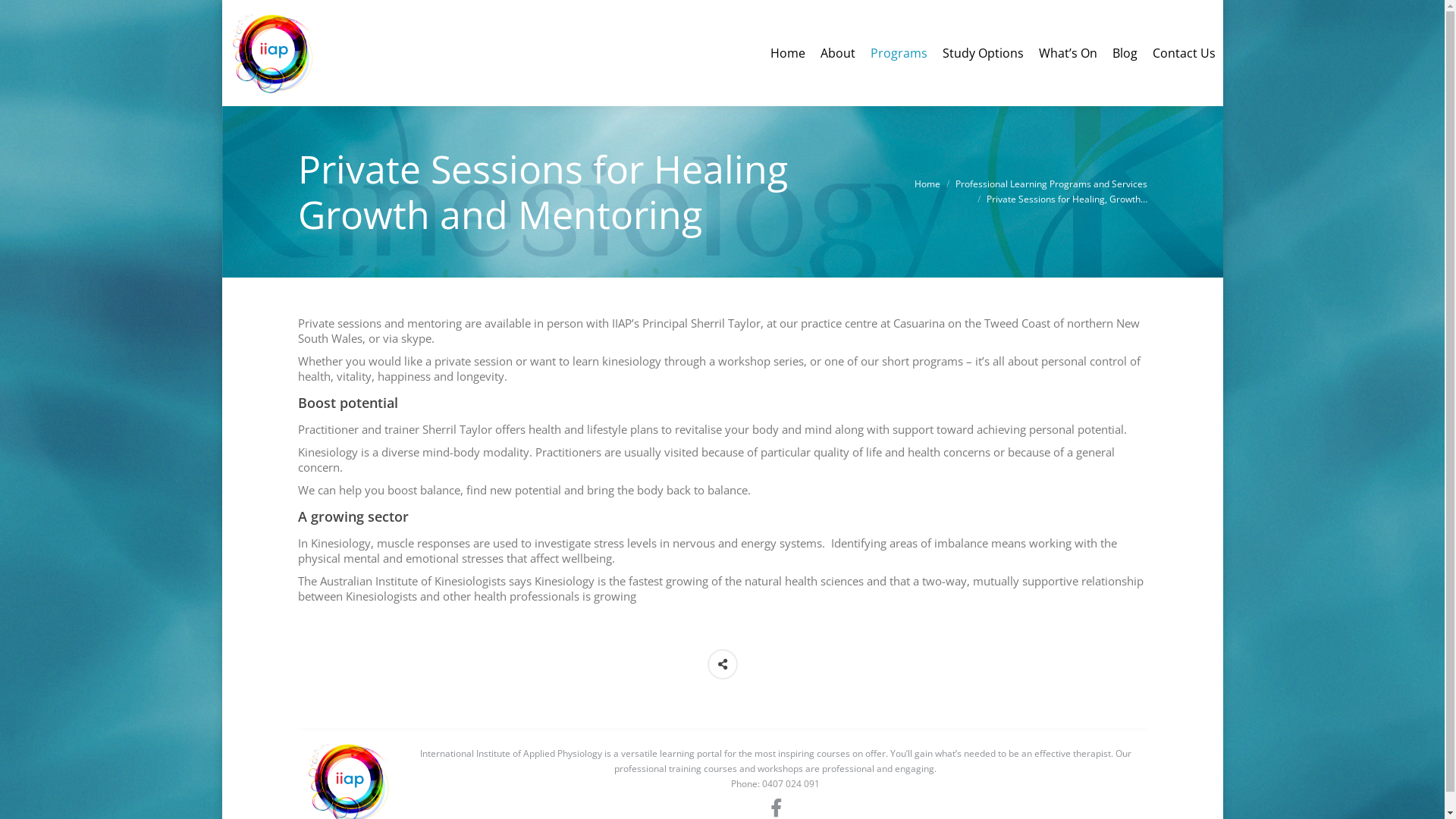 The height and width of the screenshot is (819, 1456). What do you see at coordinates (1124, 52) in the screenshot?
I see `'Blog'` at bounding box center [1124, 52].